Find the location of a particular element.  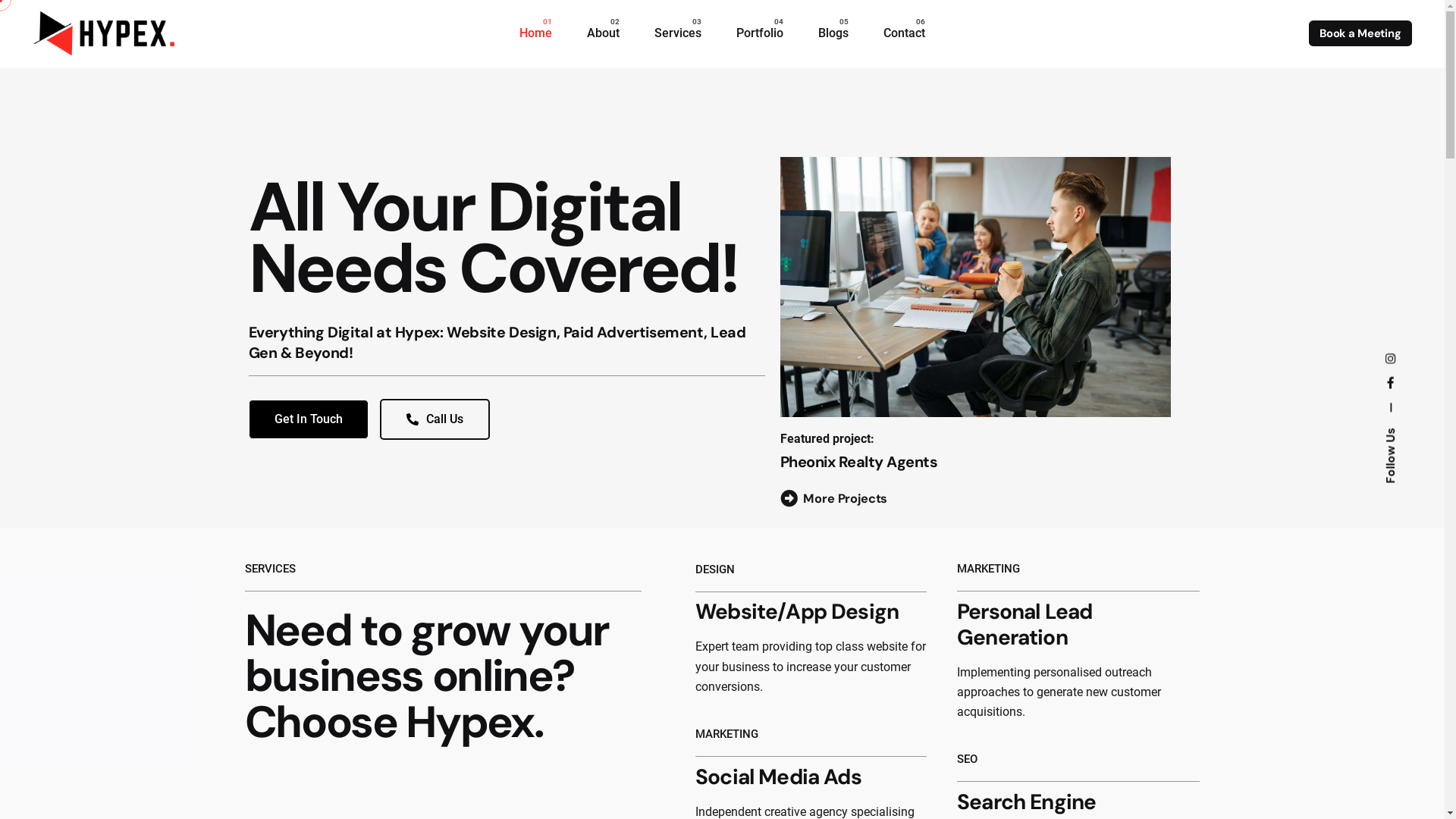

'About' is located at coordinates (602, 33).